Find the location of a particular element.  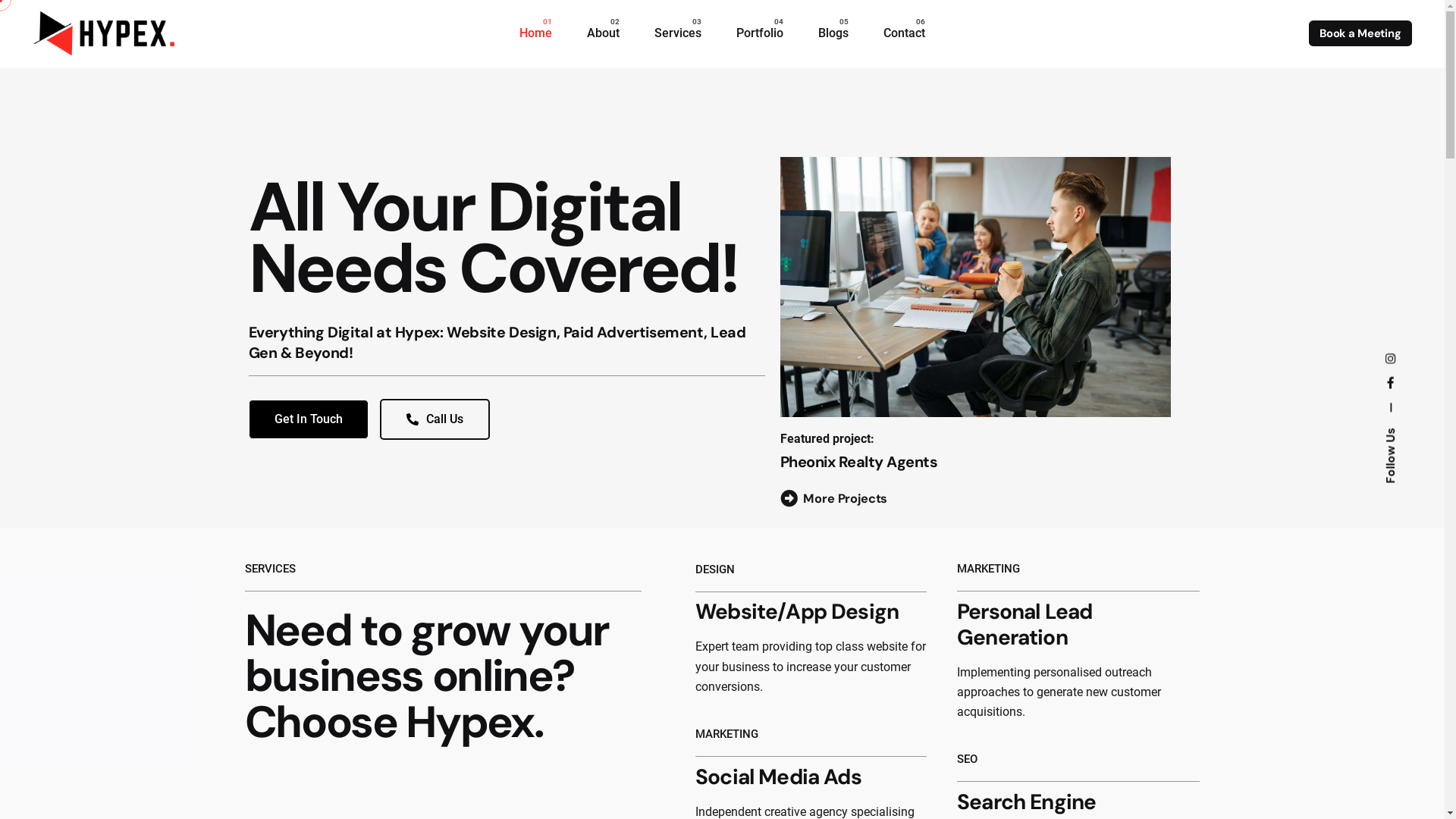

'About' is located at coordinates (602, 33).